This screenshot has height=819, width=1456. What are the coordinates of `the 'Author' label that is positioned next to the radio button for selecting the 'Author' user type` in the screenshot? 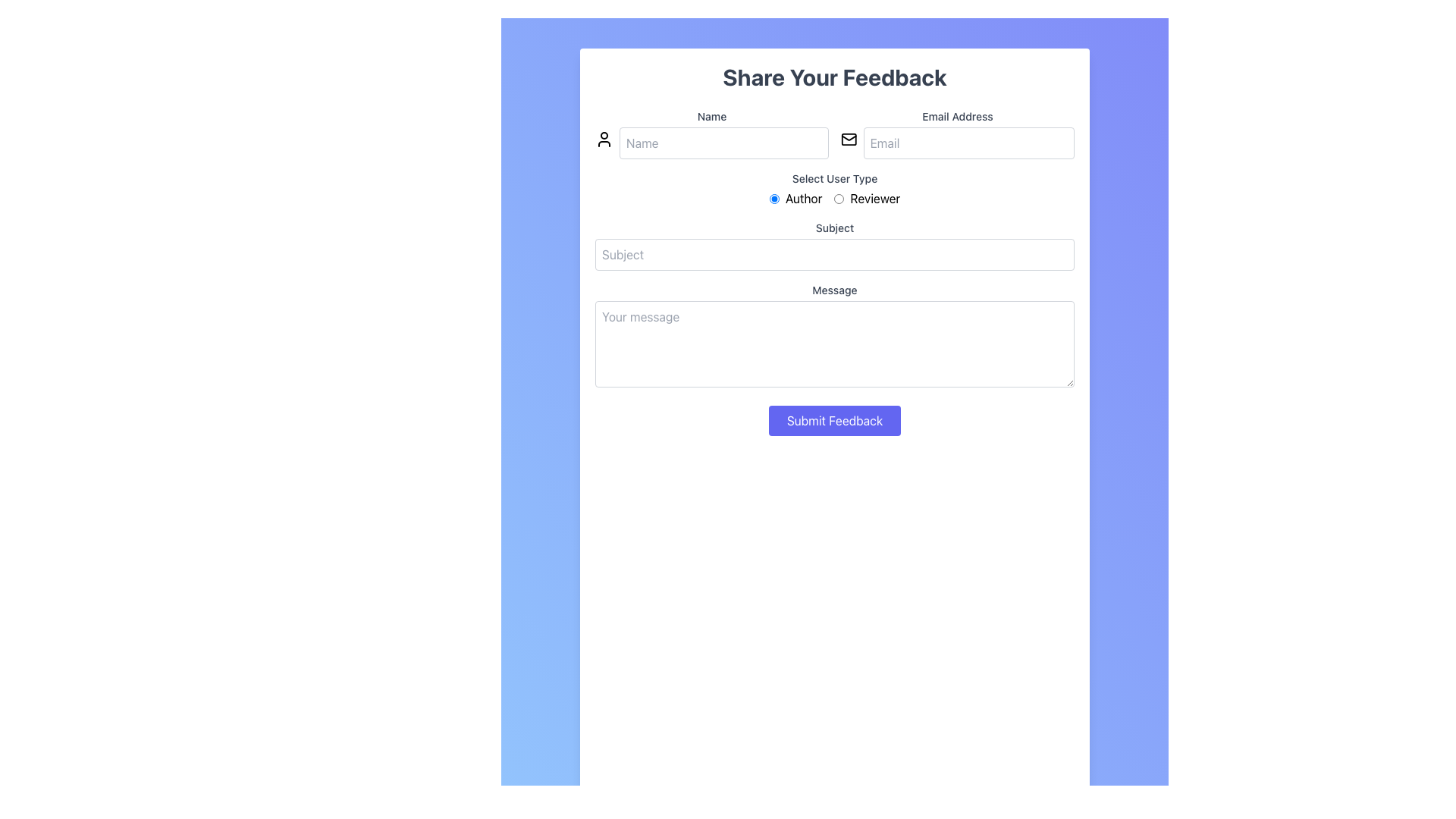 It's located at (795, 198).